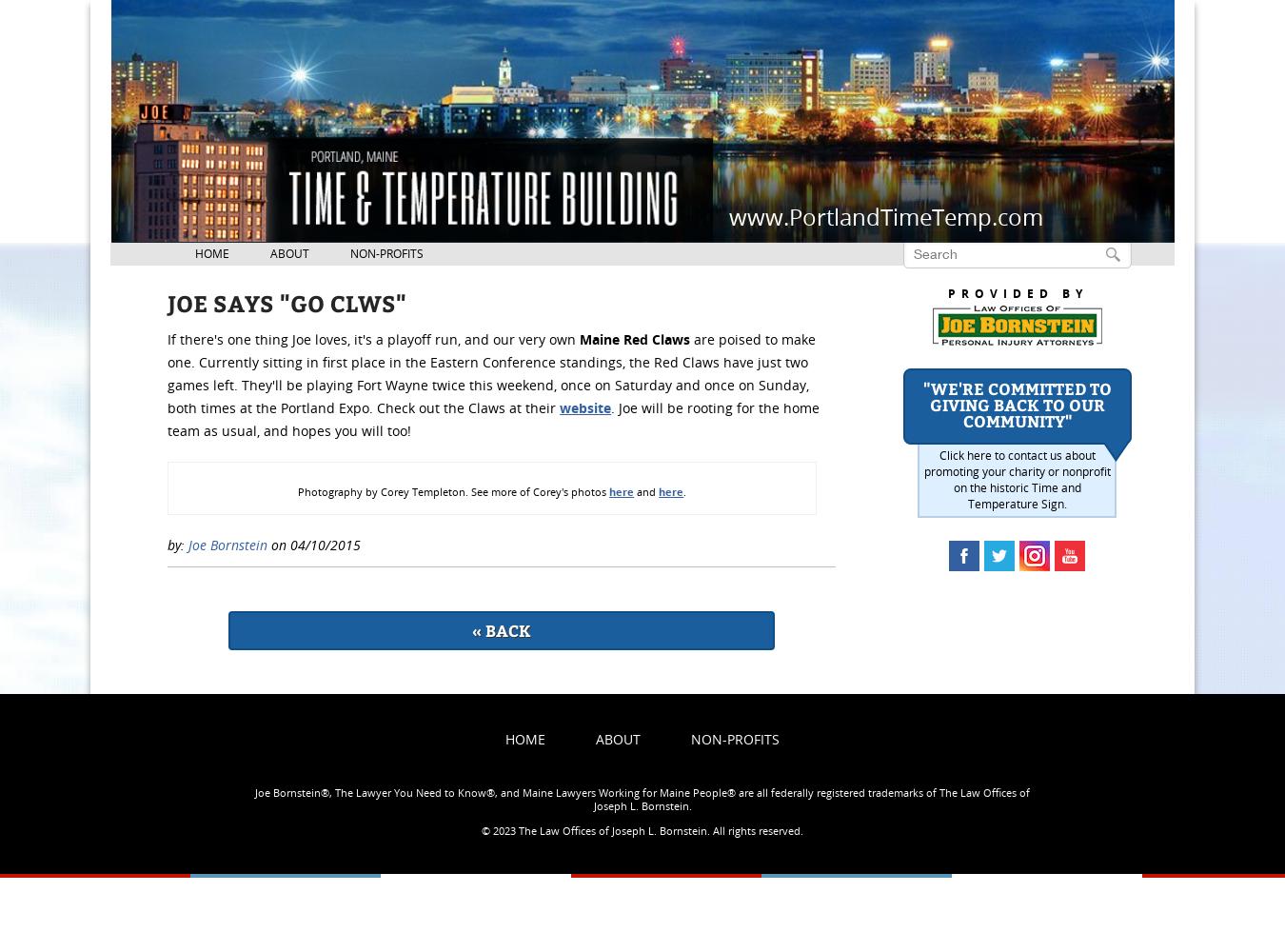  Describe the element at coordinates (168, 418) in the screenshot. I see `'. Joe will be rooting for the home team as usual, and hopes you will too!'` at that location.